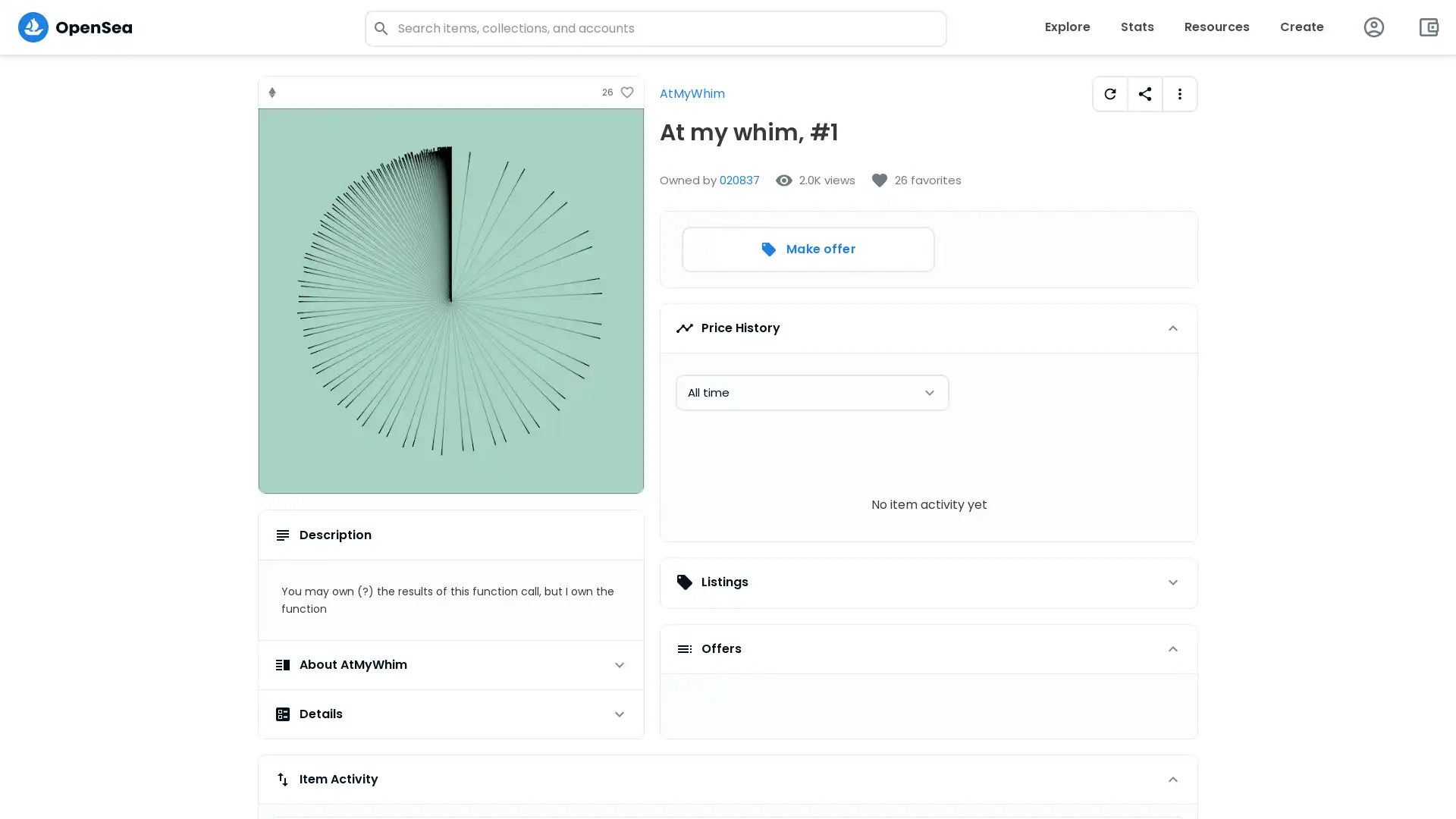  What do you see at coordinates (915, 180) in the screenshot?
I see `Favorited by` at bounding box center [915, 180].